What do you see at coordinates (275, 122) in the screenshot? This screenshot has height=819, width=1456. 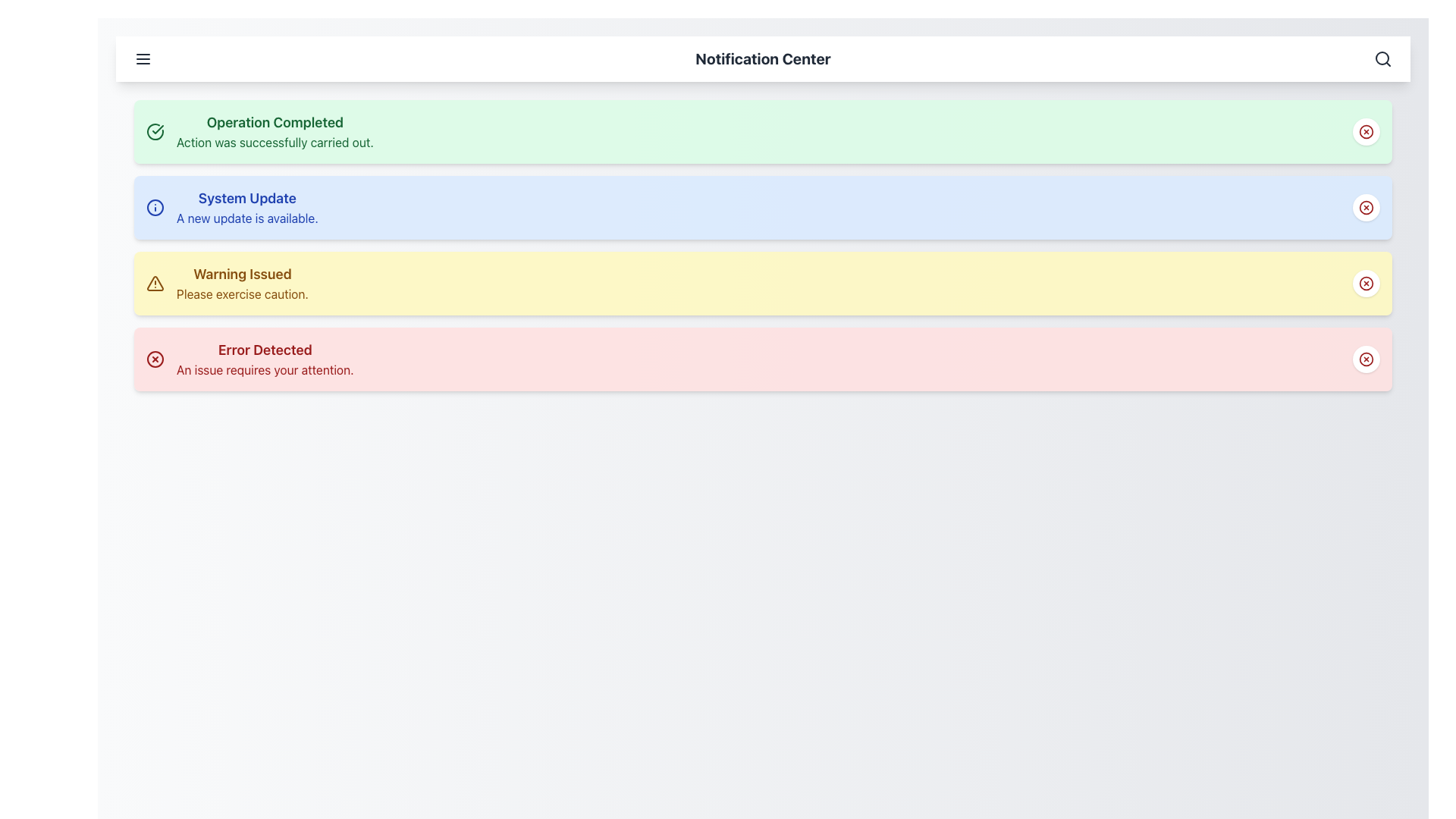 I see `the text label that reads 'Operation Completed', which is styled in bold and large green font, indicating a successful operation, located in the top-left area of the notification card` at bounding box center [275, 122].